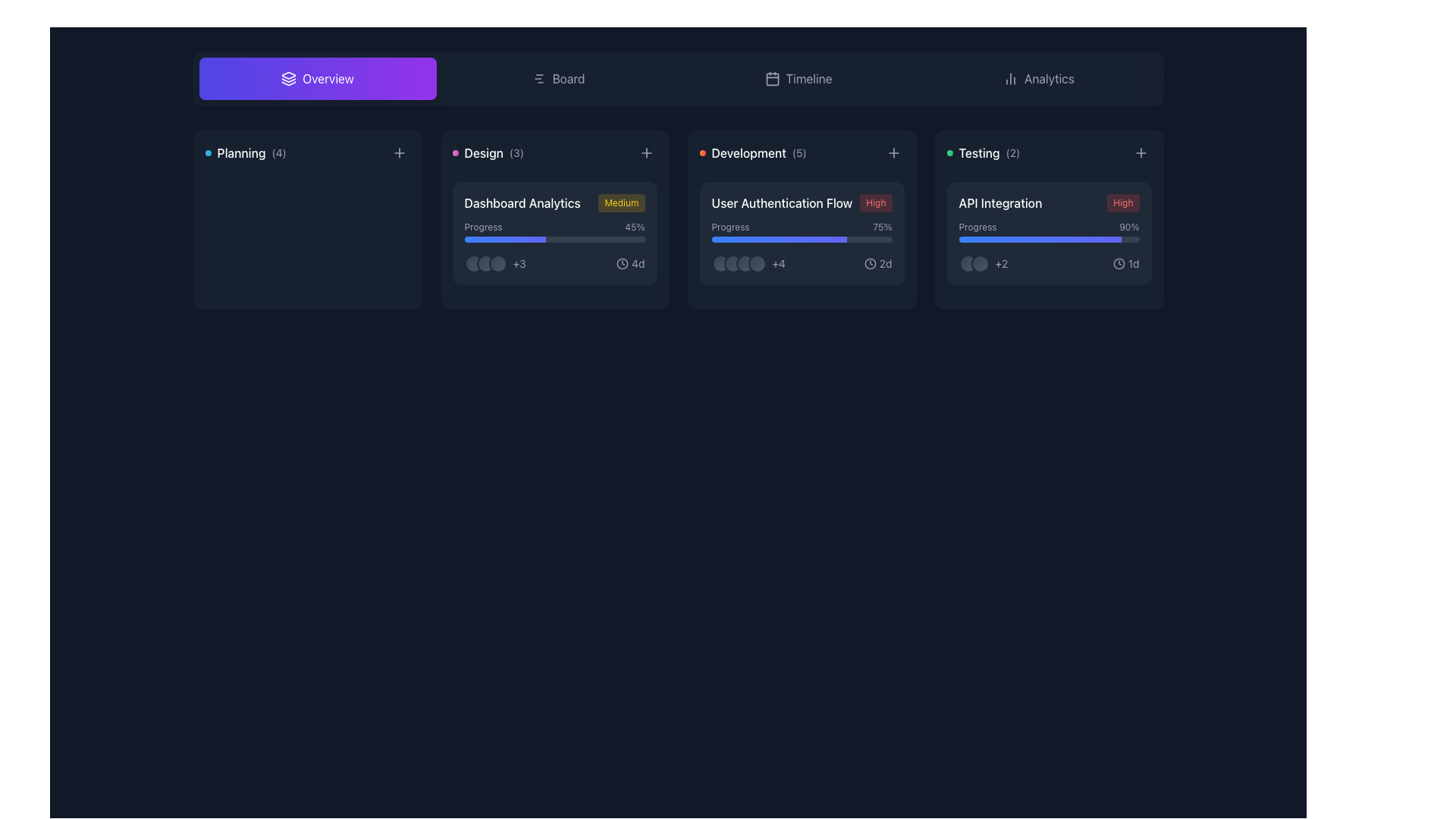 This screenshot has height=819, width=1456. Describe the element at coordinates (801, 234) in the screenshot. I see `the 'User Authentication Flow' task card, which has a high priority and is located in the Development section` at that location.